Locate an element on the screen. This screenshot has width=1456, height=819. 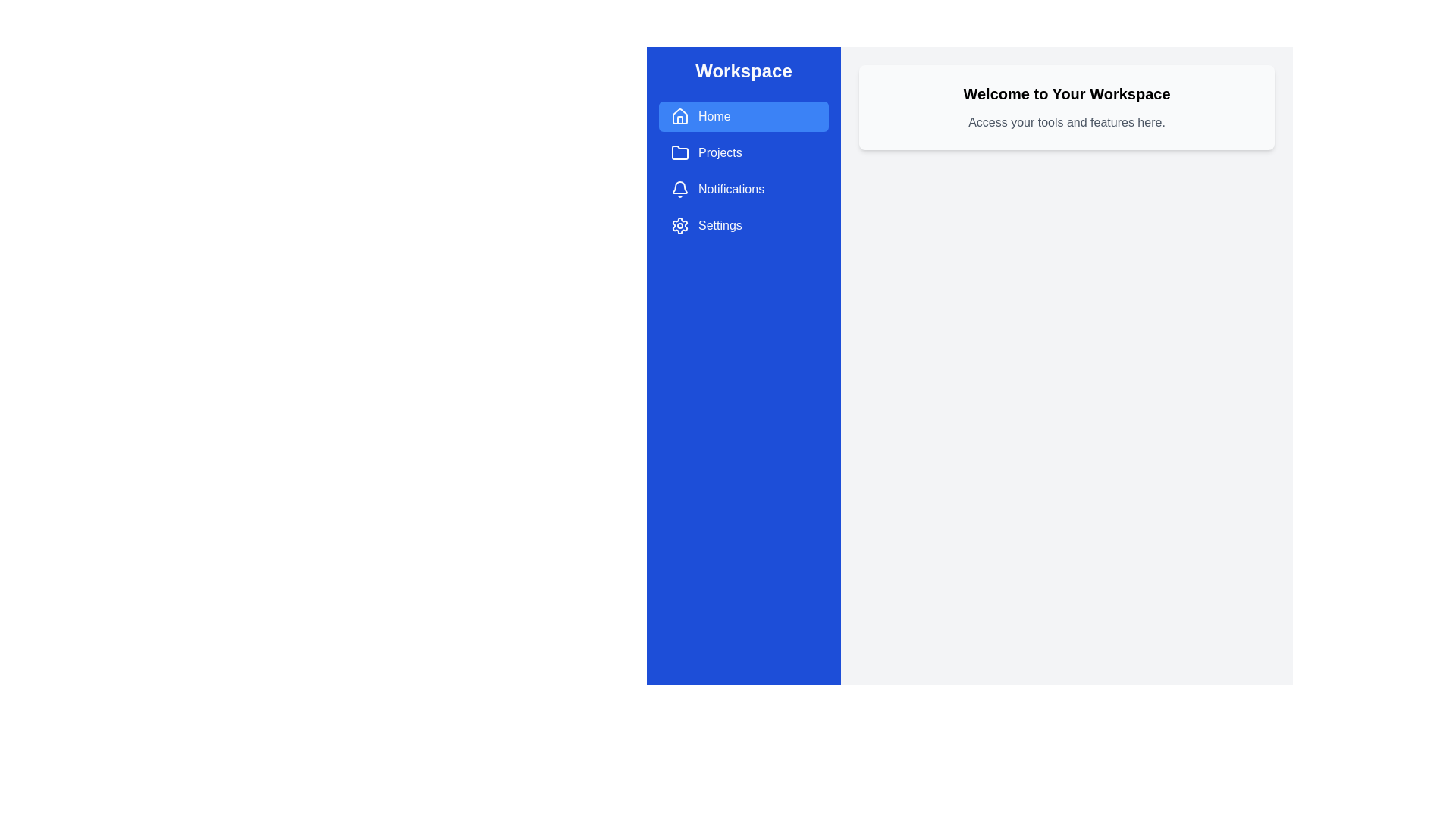
the 'Notifications' button, which is the third button in the vertical navigation list with a blue background and a white bell icon is located at coordinates (743, 189).